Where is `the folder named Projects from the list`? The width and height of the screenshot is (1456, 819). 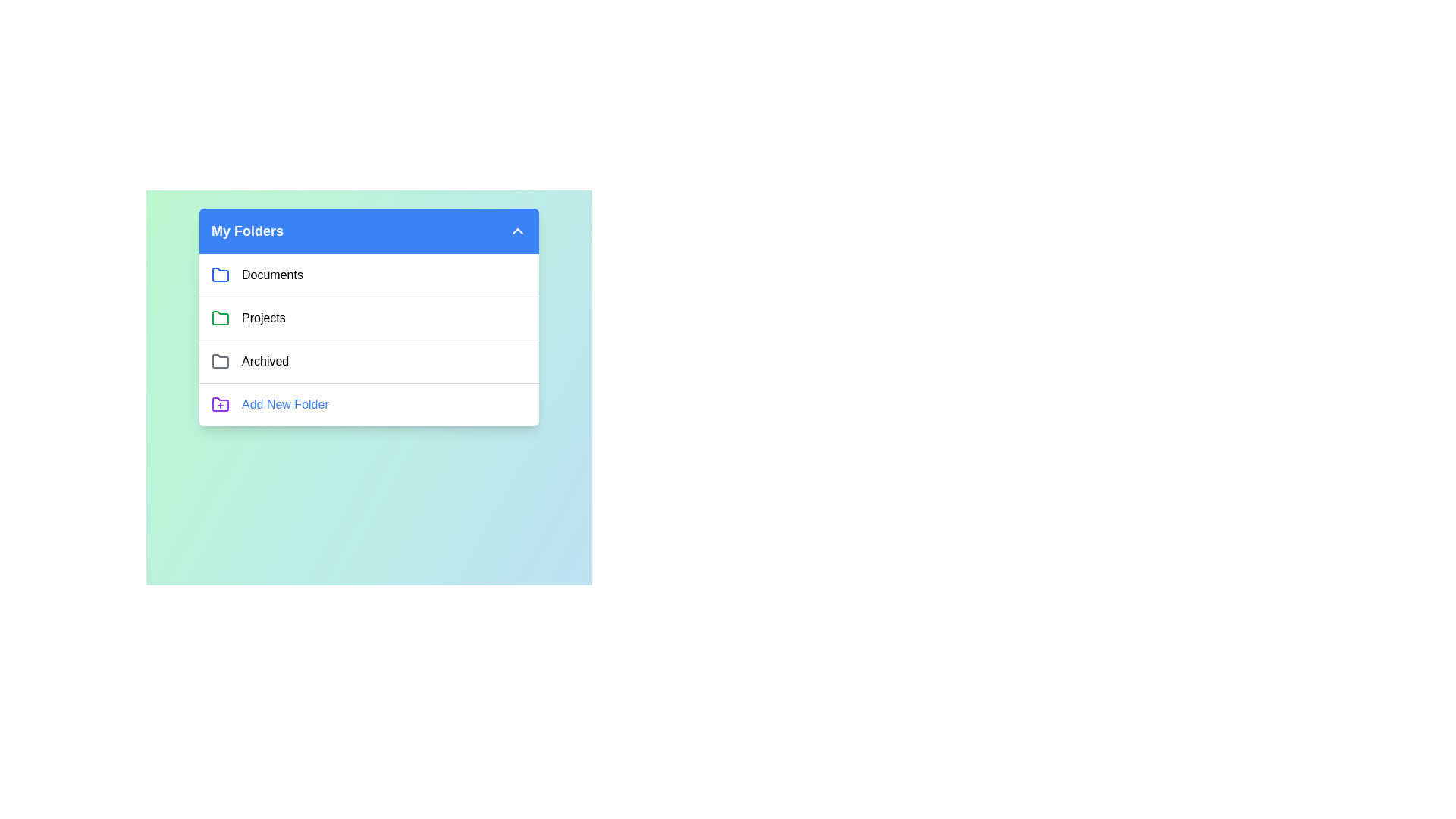
the folder named Projects from the list is located at coordinates (262, 318).